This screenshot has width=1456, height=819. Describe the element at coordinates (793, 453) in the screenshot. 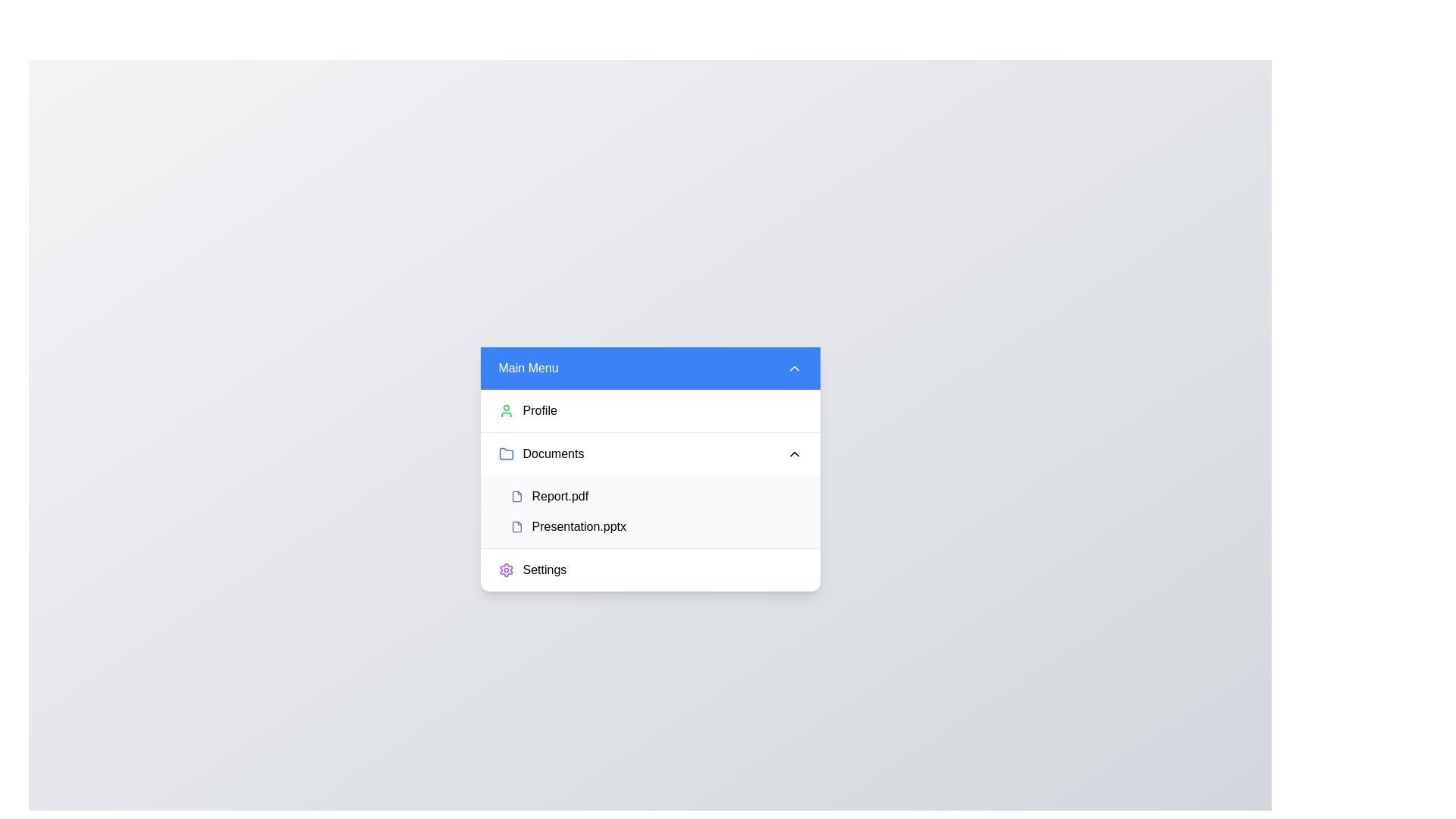

I see `the upward-pointing arrow icon next to the 'Documents' entry in the menu` at that location.